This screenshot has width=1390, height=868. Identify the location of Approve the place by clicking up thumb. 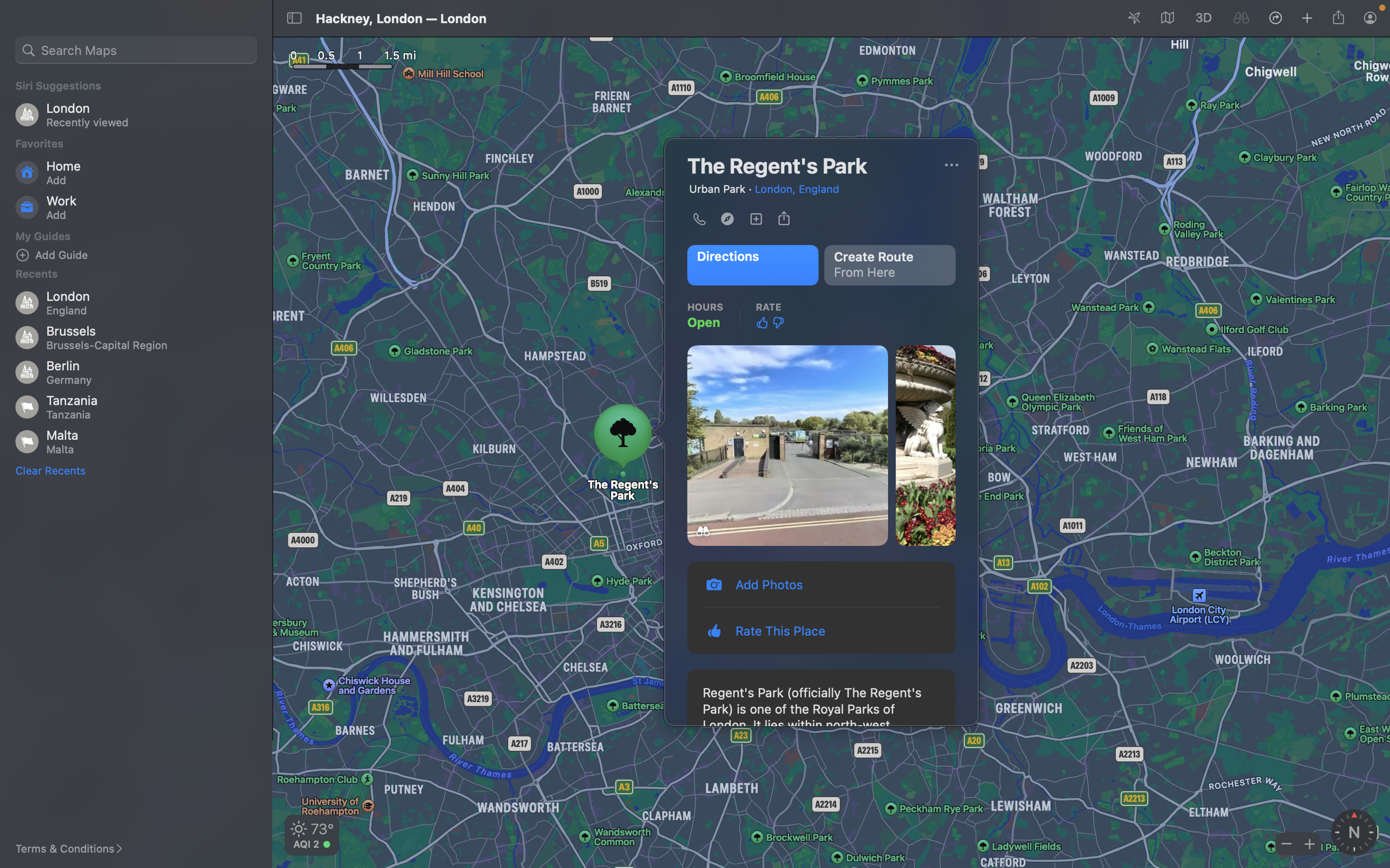
(762, 322).